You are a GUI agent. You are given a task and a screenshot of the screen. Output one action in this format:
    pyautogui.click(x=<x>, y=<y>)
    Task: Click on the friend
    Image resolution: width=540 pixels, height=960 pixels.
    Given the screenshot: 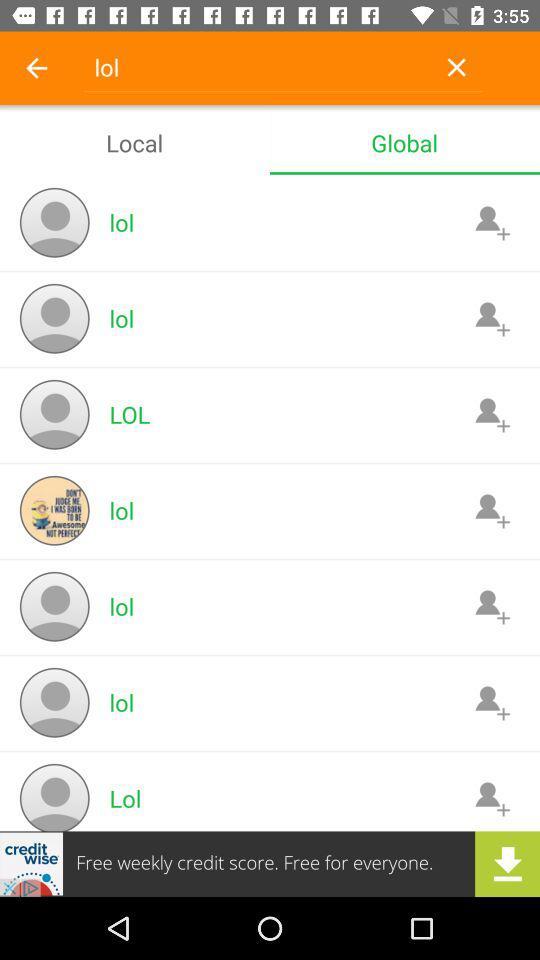 What is the action you would take?
    pyautogui.click(x=491, y=413)
    